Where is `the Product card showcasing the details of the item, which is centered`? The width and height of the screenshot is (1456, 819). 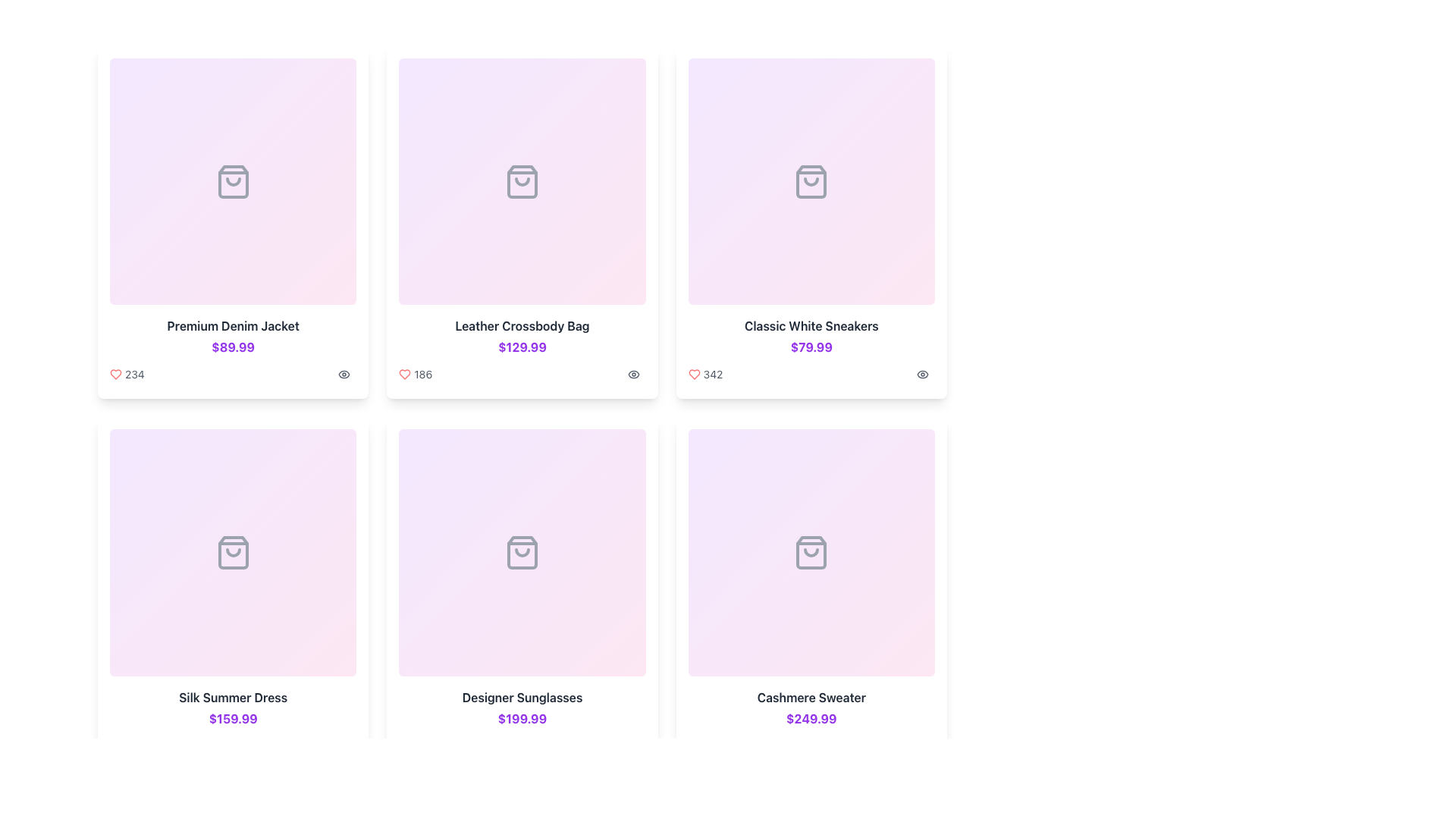 the Product card showcasing the details of the item, which is centered is located at coordinates (522, 222).